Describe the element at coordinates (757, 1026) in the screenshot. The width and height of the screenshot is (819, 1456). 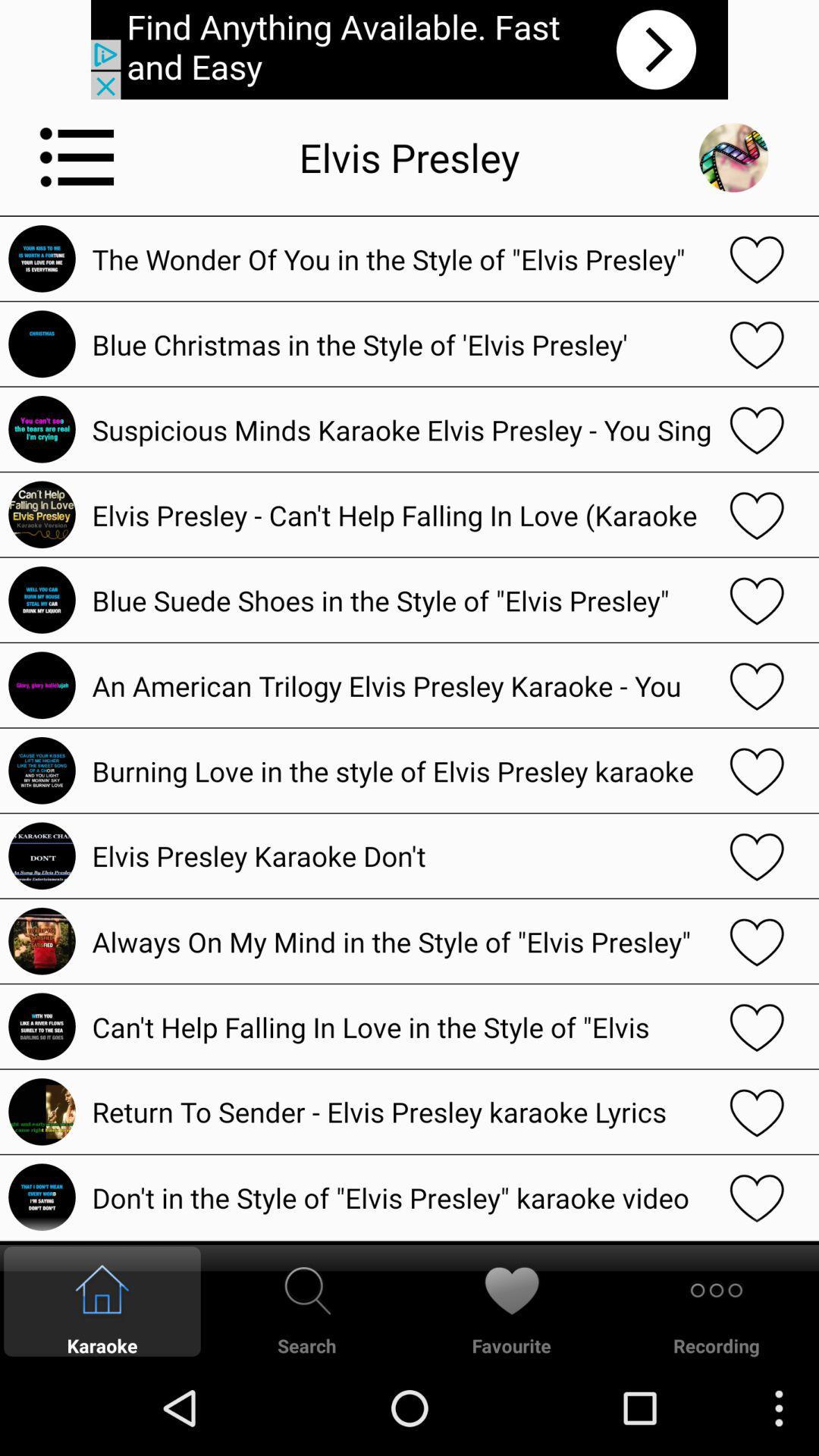
I see `like option` at that location.